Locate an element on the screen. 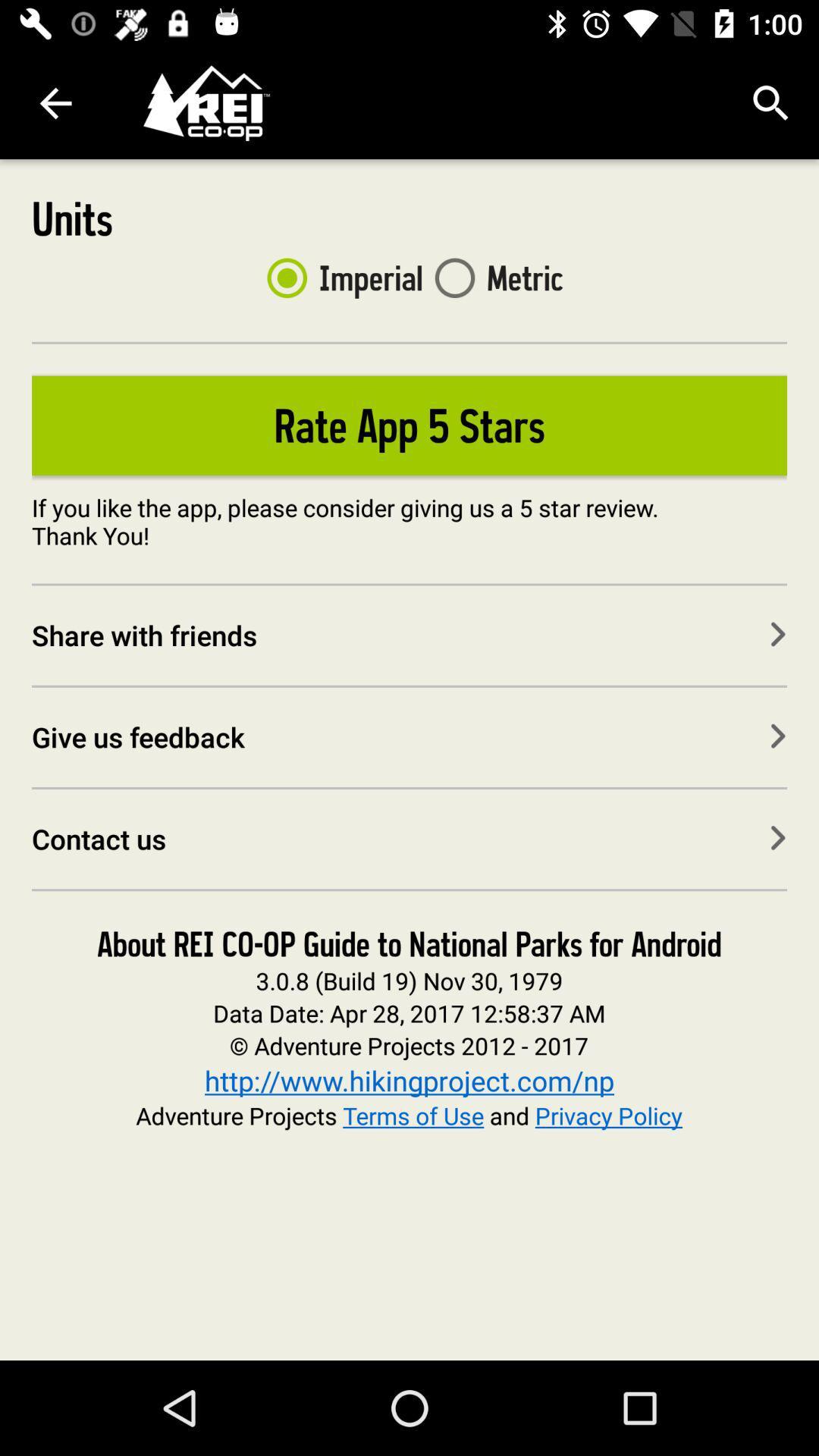 The image size is (819, 1456). the item to the left of the metric is located at coordinates (338, 278).